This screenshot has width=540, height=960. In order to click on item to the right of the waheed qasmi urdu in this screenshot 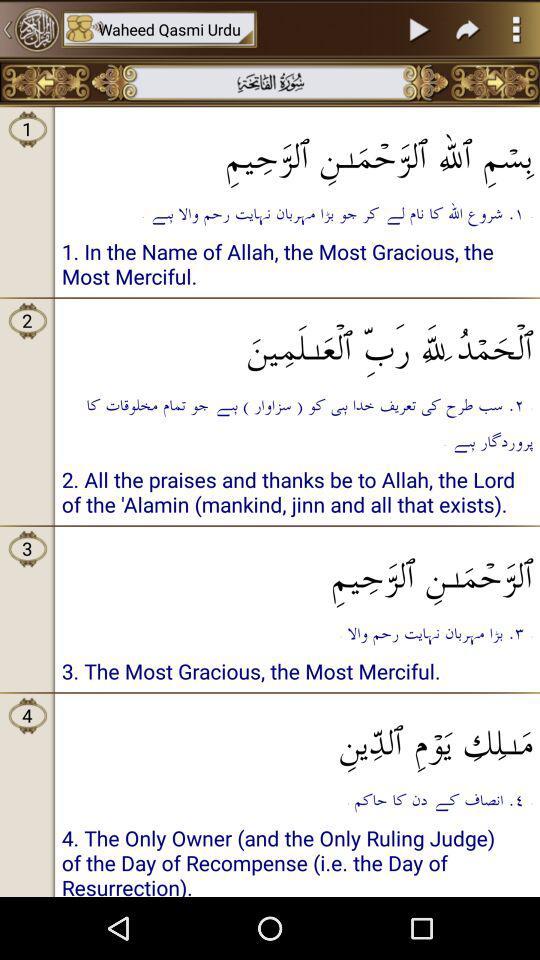, I will do `click(419, 28)`.